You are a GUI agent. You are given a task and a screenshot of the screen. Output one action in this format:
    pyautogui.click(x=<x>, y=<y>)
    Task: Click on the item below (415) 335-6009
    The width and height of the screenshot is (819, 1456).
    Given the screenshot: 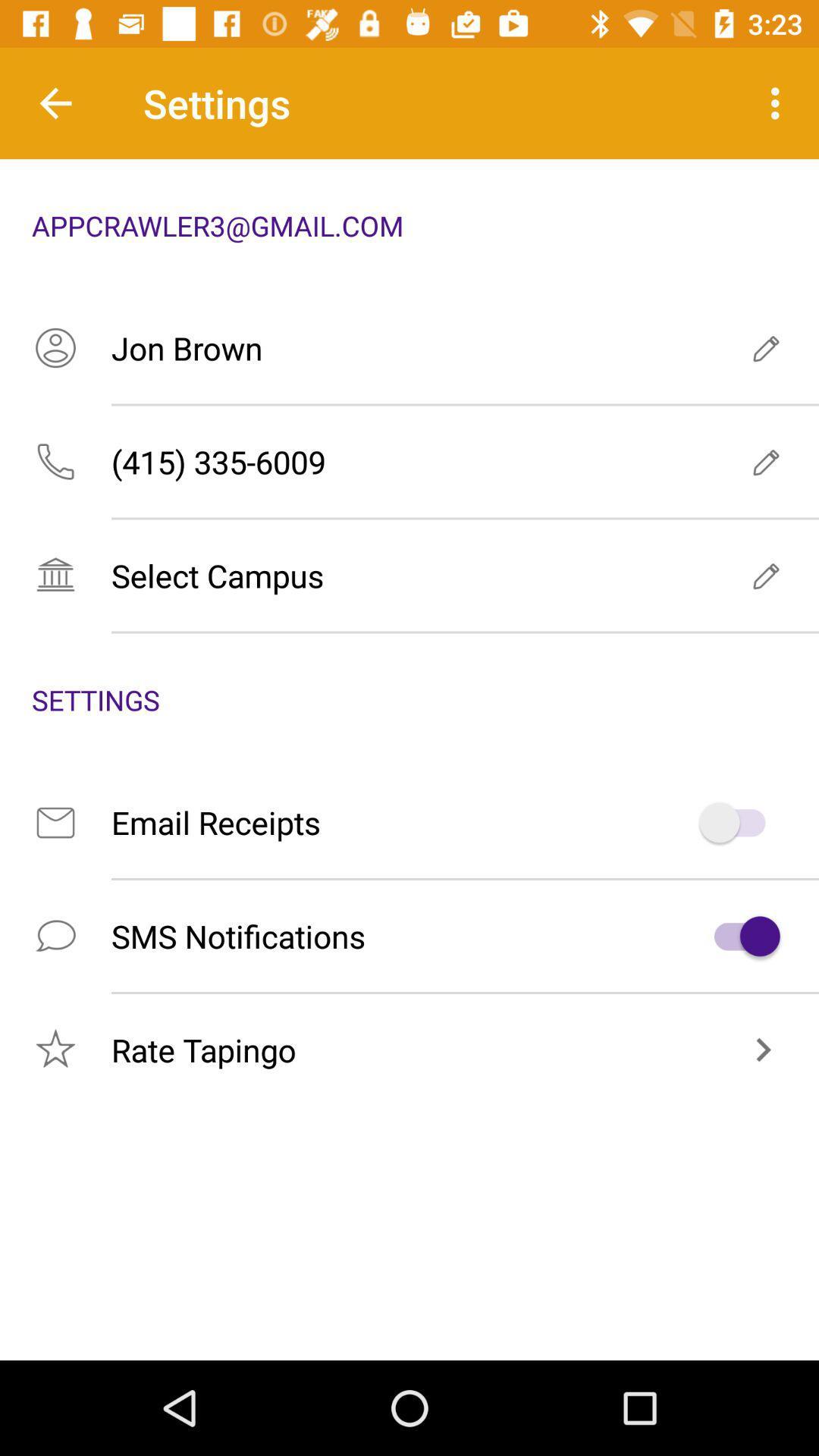 What is the action you would take?
    pyautogui.click(x=409, y=574)
    